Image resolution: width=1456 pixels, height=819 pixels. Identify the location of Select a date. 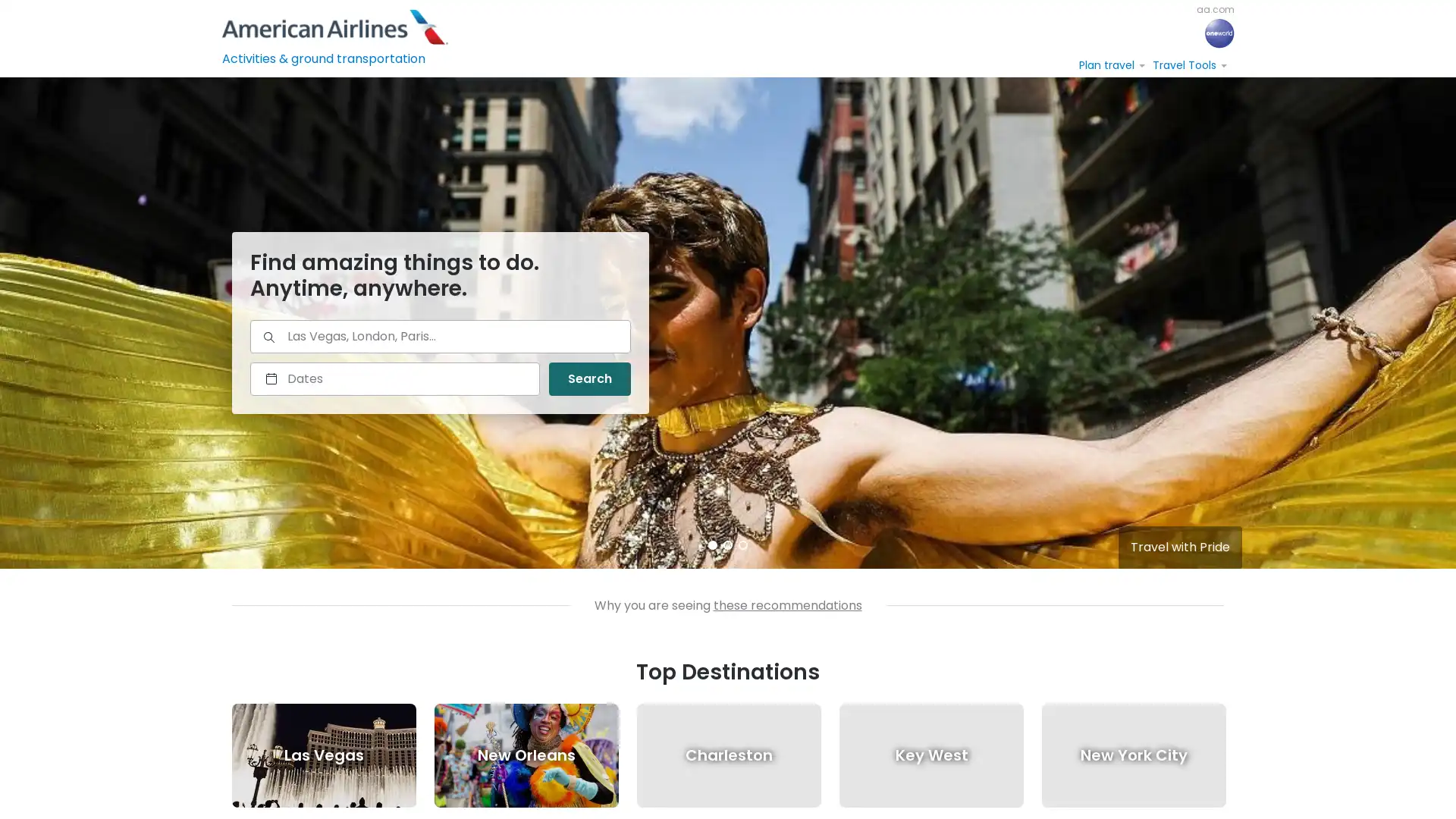
(395, 161).